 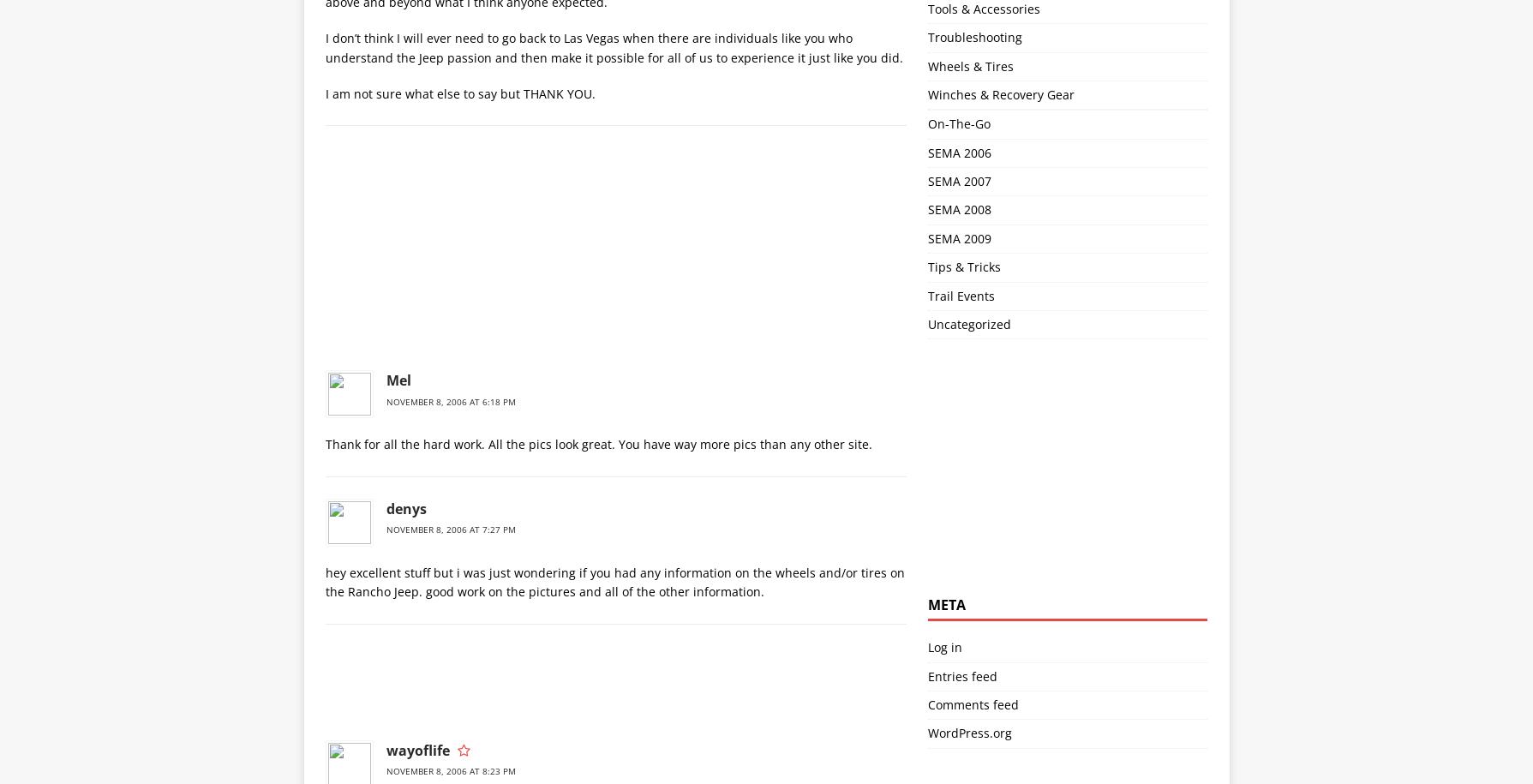 I want to click on 'Troubleshooting', so click(x=973, y=37).